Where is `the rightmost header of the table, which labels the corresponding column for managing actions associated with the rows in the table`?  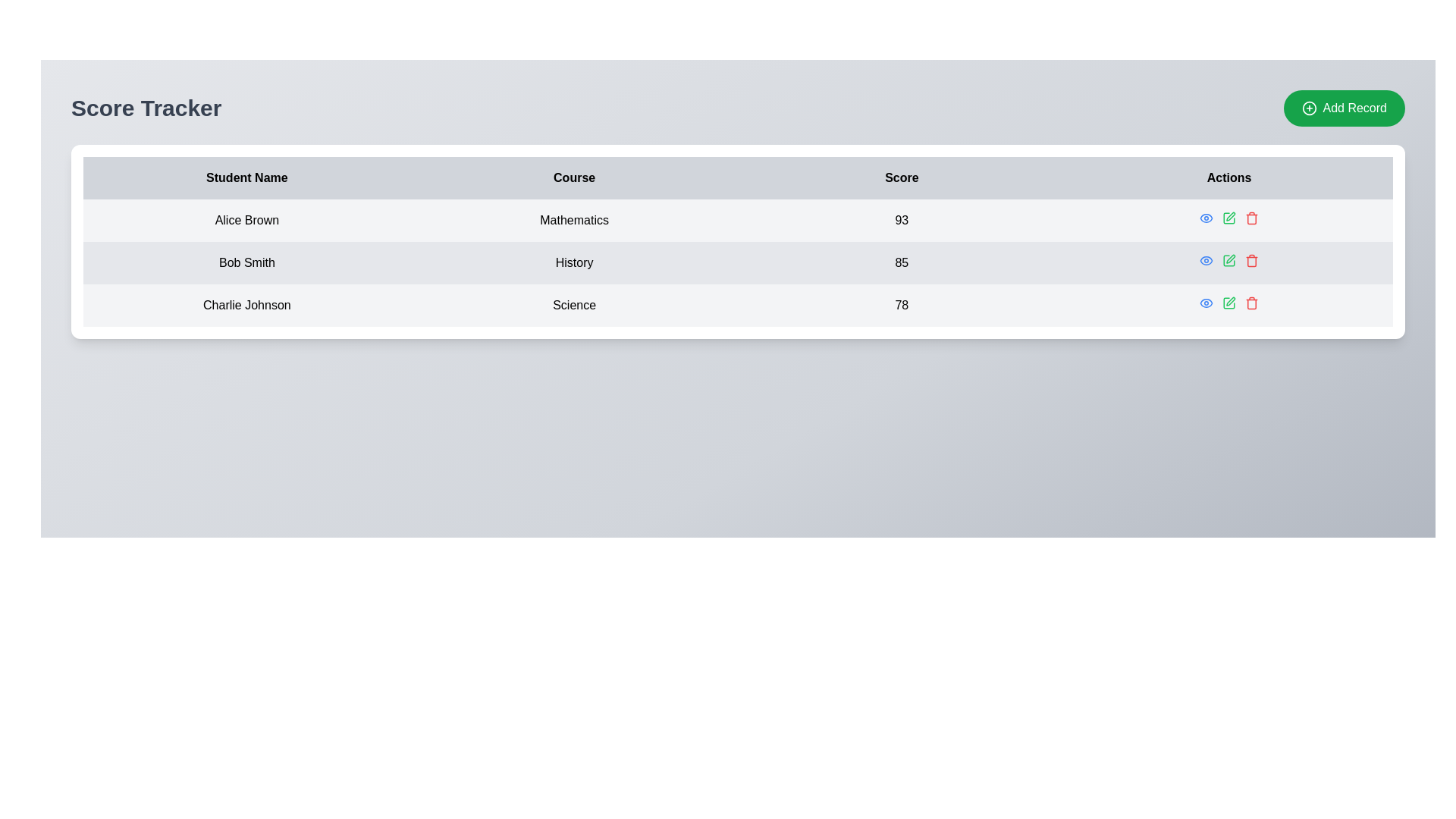 the rightmost header of the table, which labels the corresponding column for managing actions associated with the rows in the table is located at coordinates (1229, 177).